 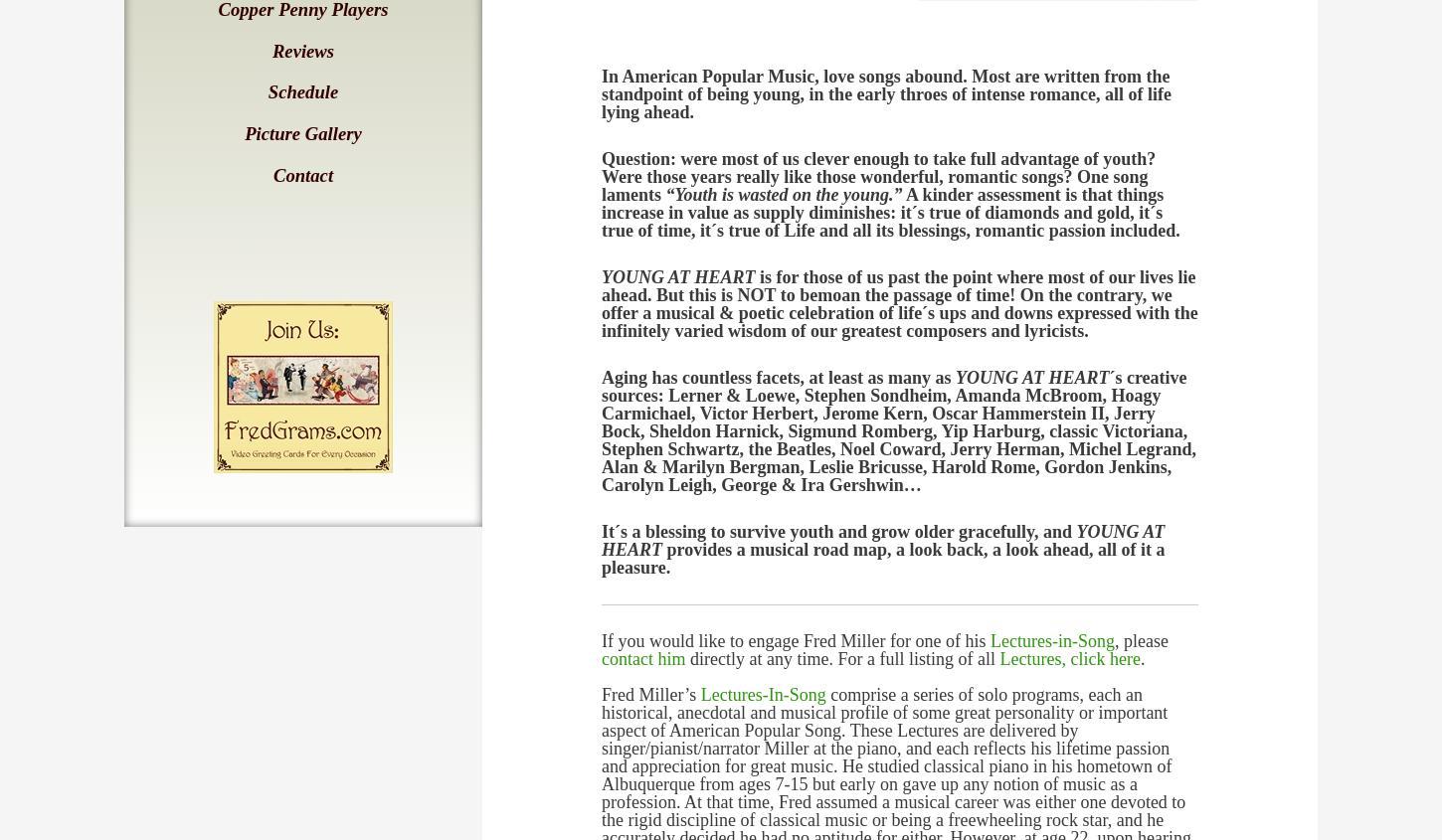 What do you see at coordinates (795, 640) in the screenshot?
I see `'If you would like to engage Fred Miller for one of his'` at bounding box center [795, 640].